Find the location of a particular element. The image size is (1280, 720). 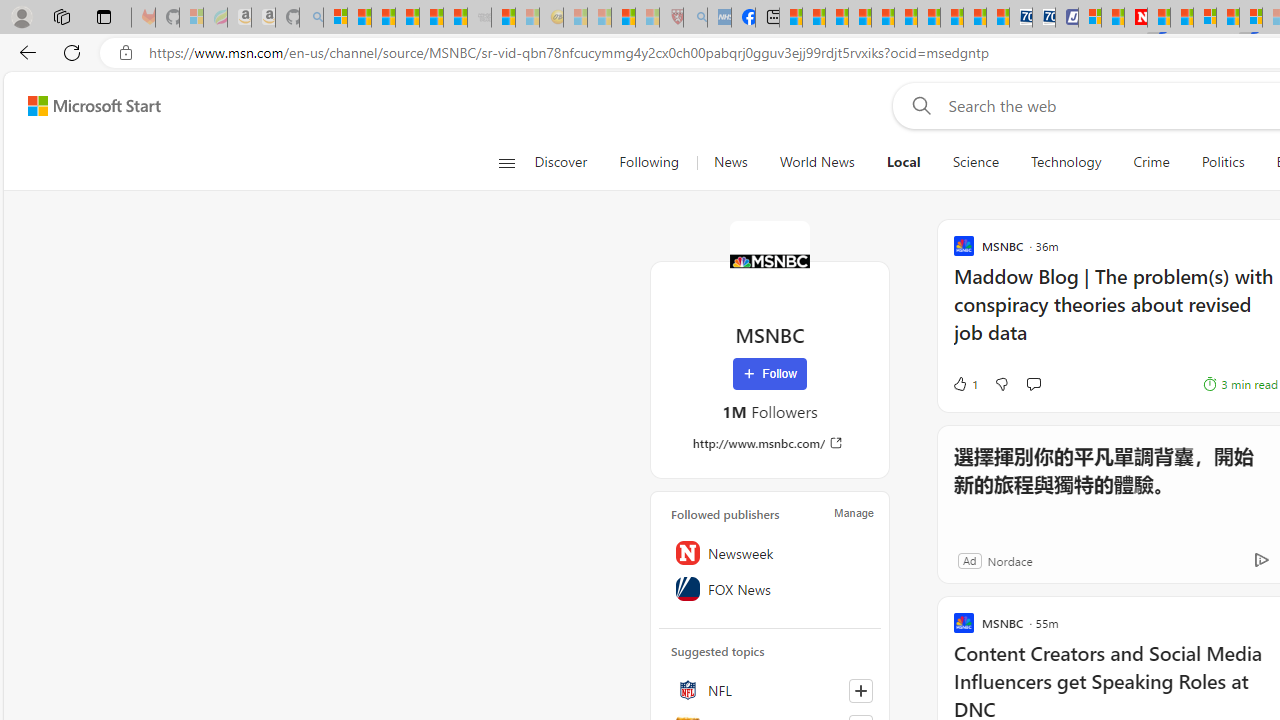

'Follow this topic' is located at coordinates (860, 689).